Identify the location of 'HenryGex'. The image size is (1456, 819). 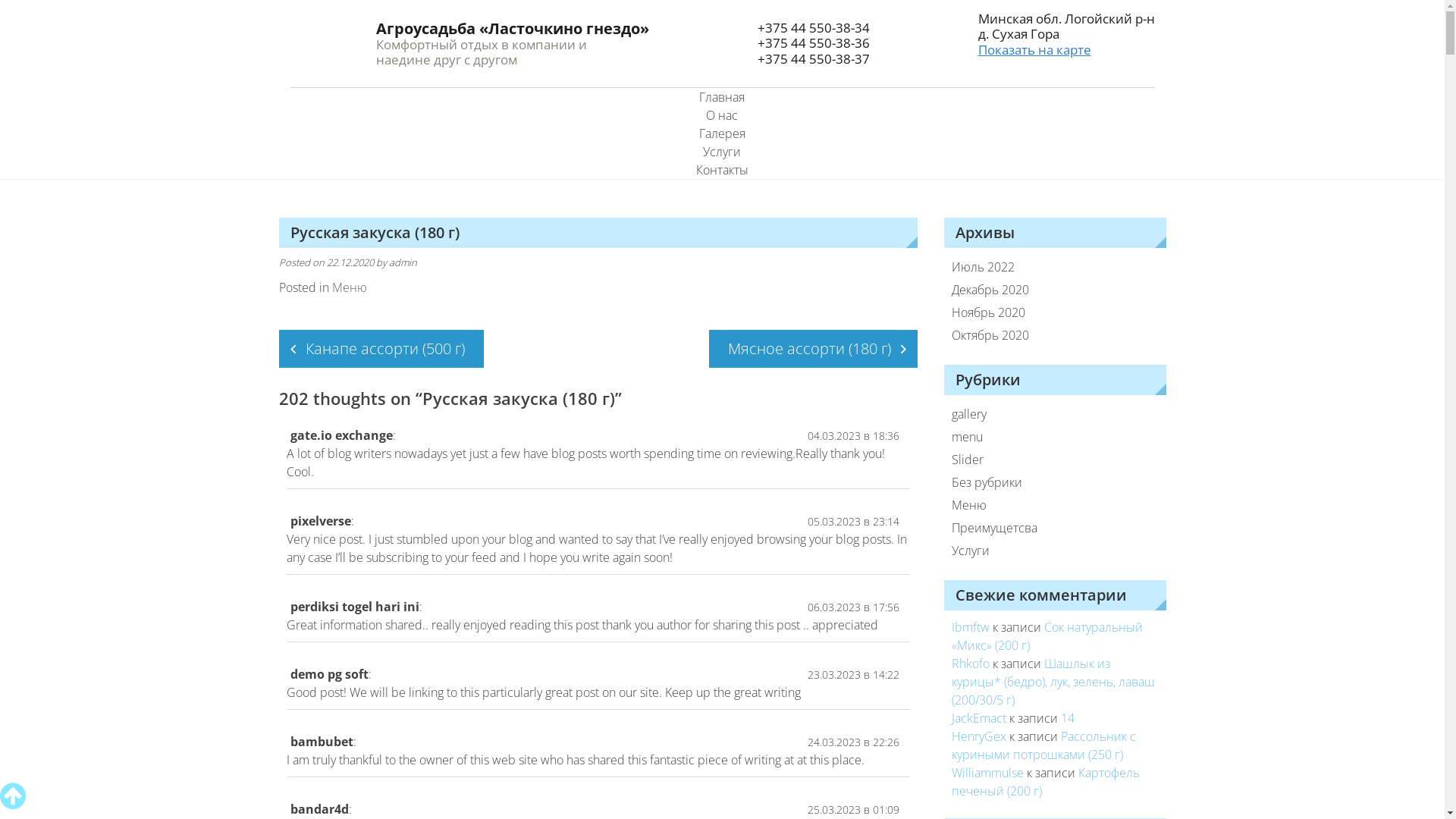
(979, 736).